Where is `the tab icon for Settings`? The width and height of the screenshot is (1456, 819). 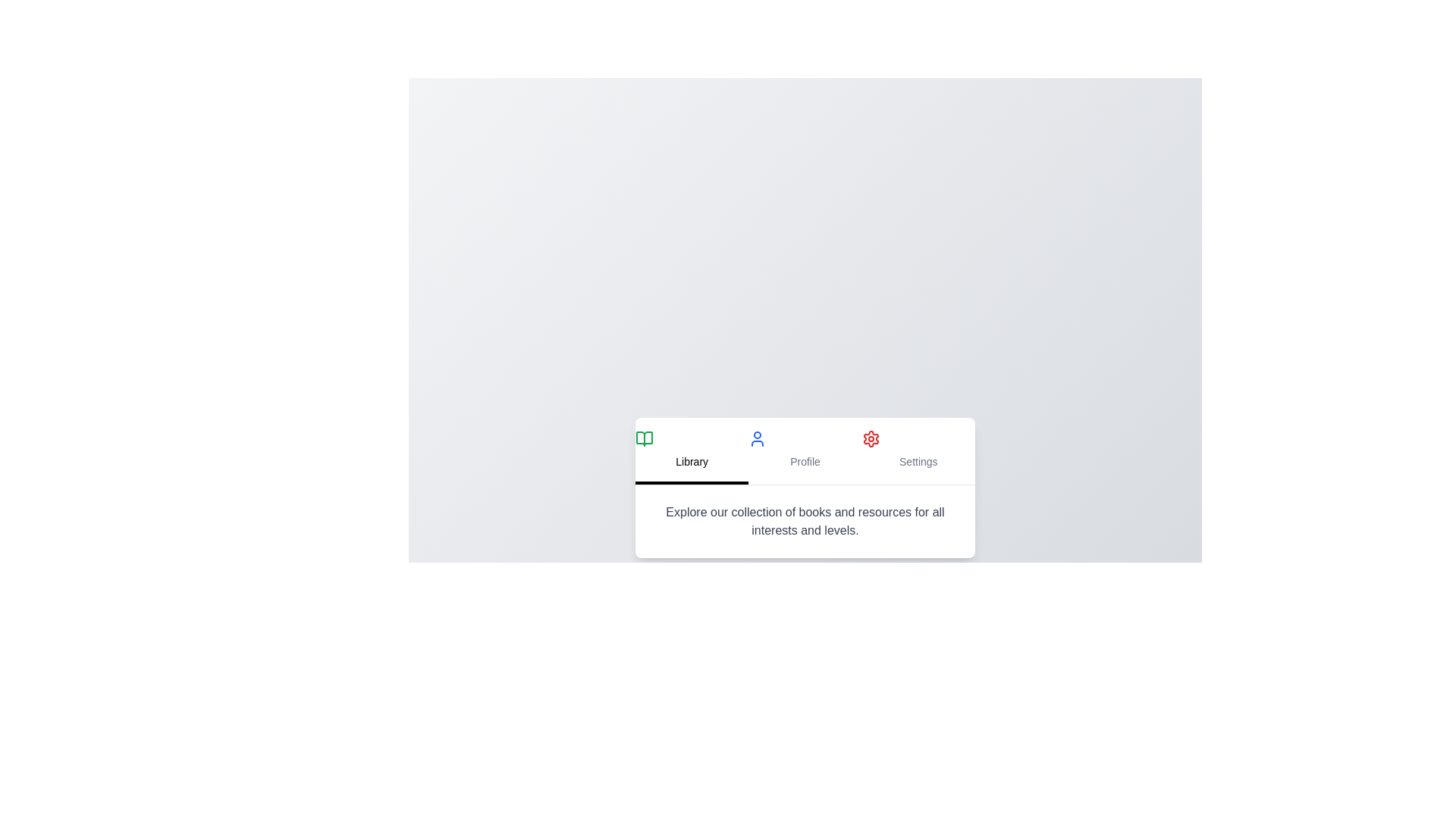
the tab icon for Settings is located at coordinates (871, 438).